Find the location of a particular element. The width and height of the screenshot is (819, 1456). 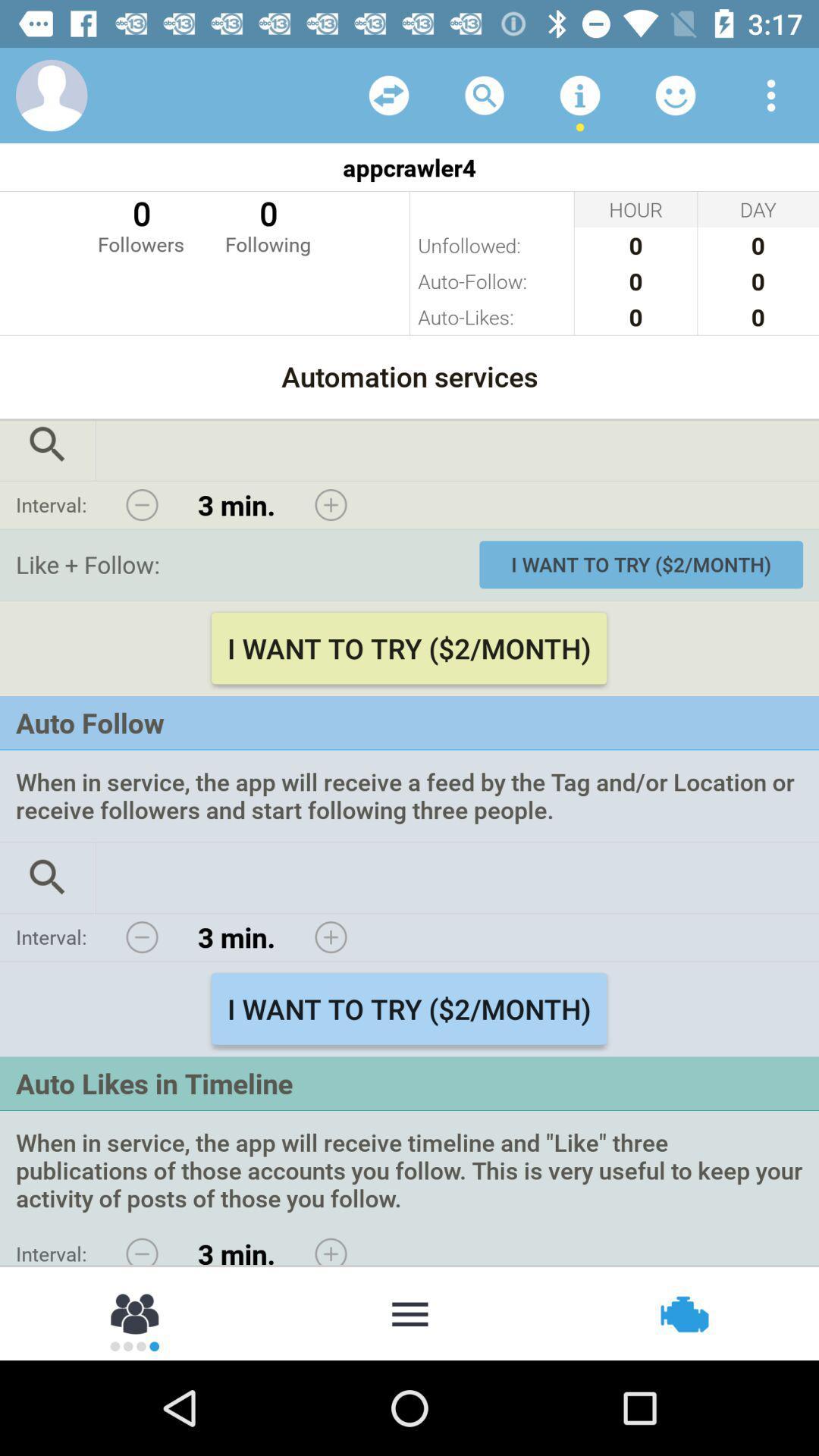

the icon below 3 min. item is located at coordinates (409, 1312).